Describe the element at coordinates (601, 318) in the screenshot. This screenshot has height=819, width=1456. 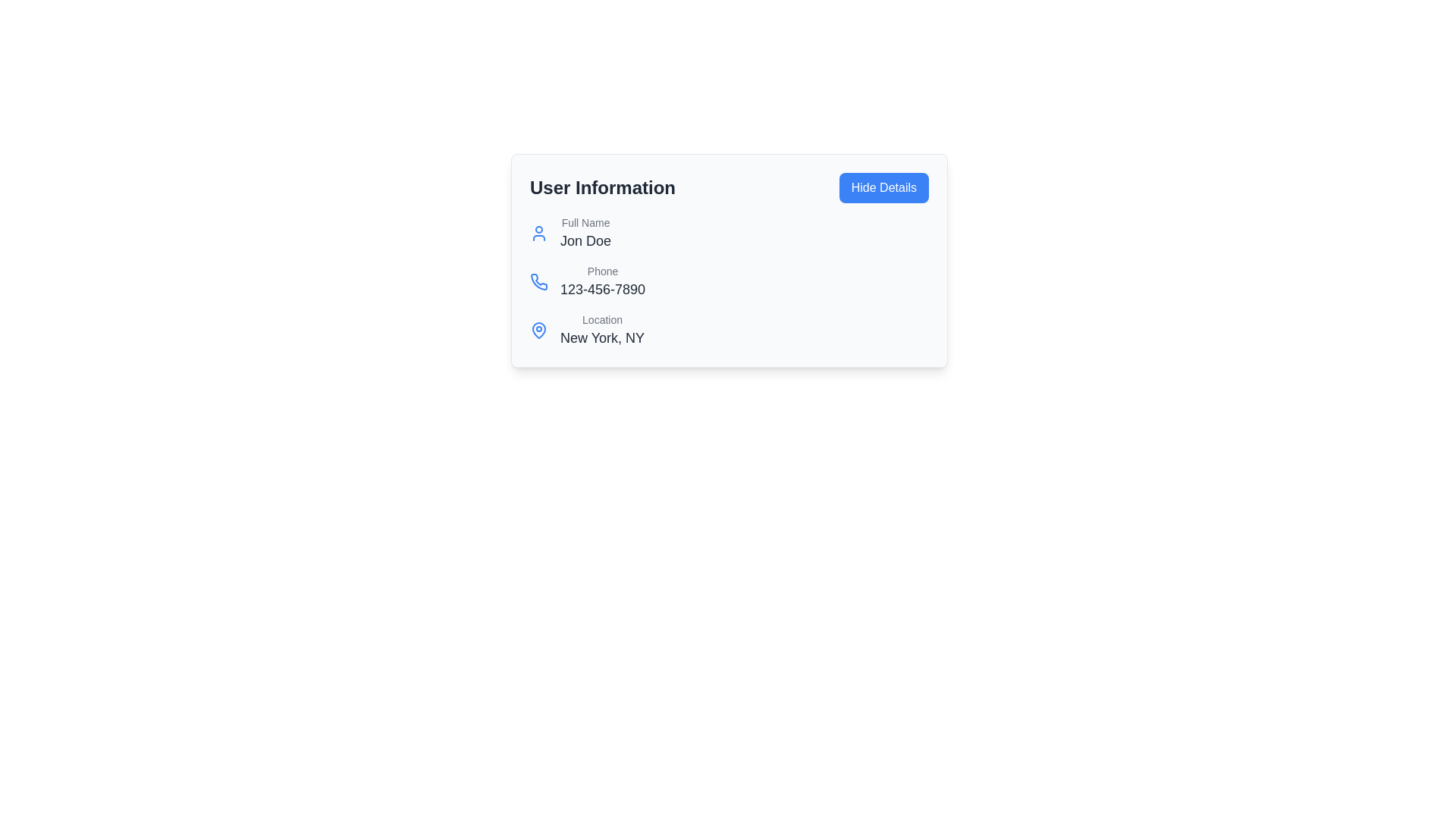
I see `the non-interactive label providing a textual description for the location information in the 'User Information' section, positioned above the text element displaying 'New York, NY'` at that location.